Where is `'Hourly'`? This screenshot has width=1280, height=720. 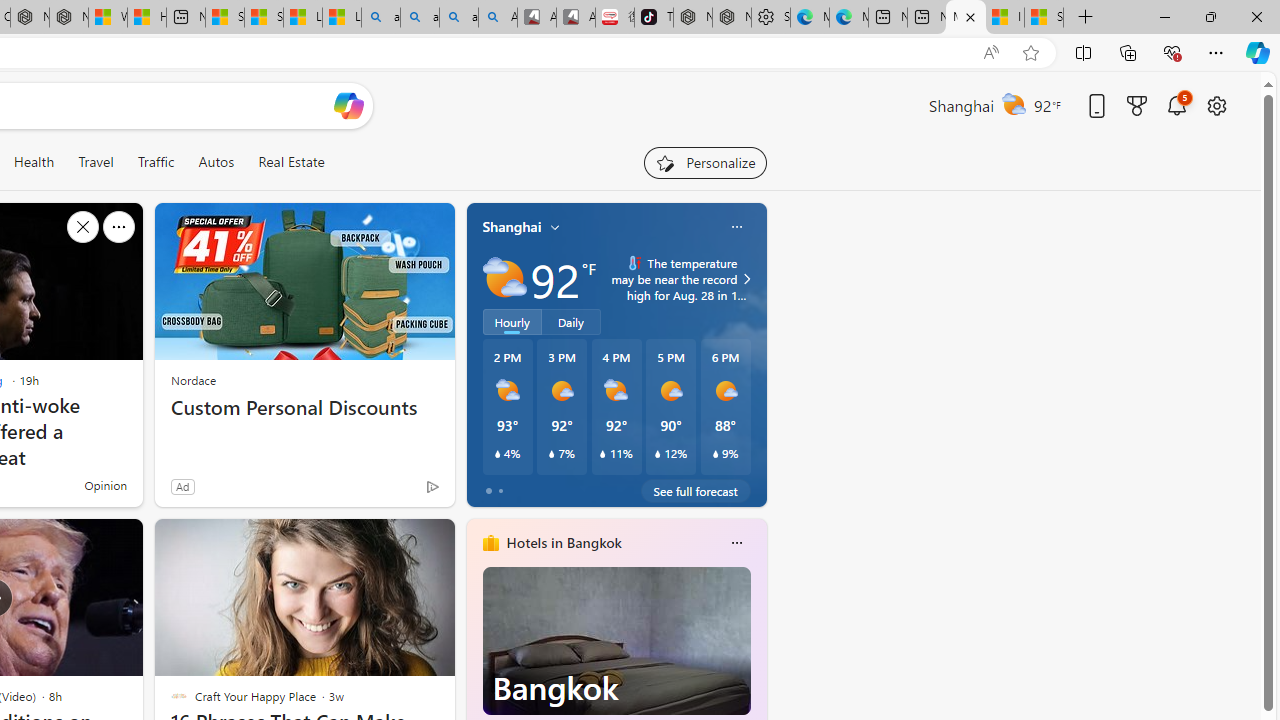 'Hourly' is located at coordinates (512, 320).